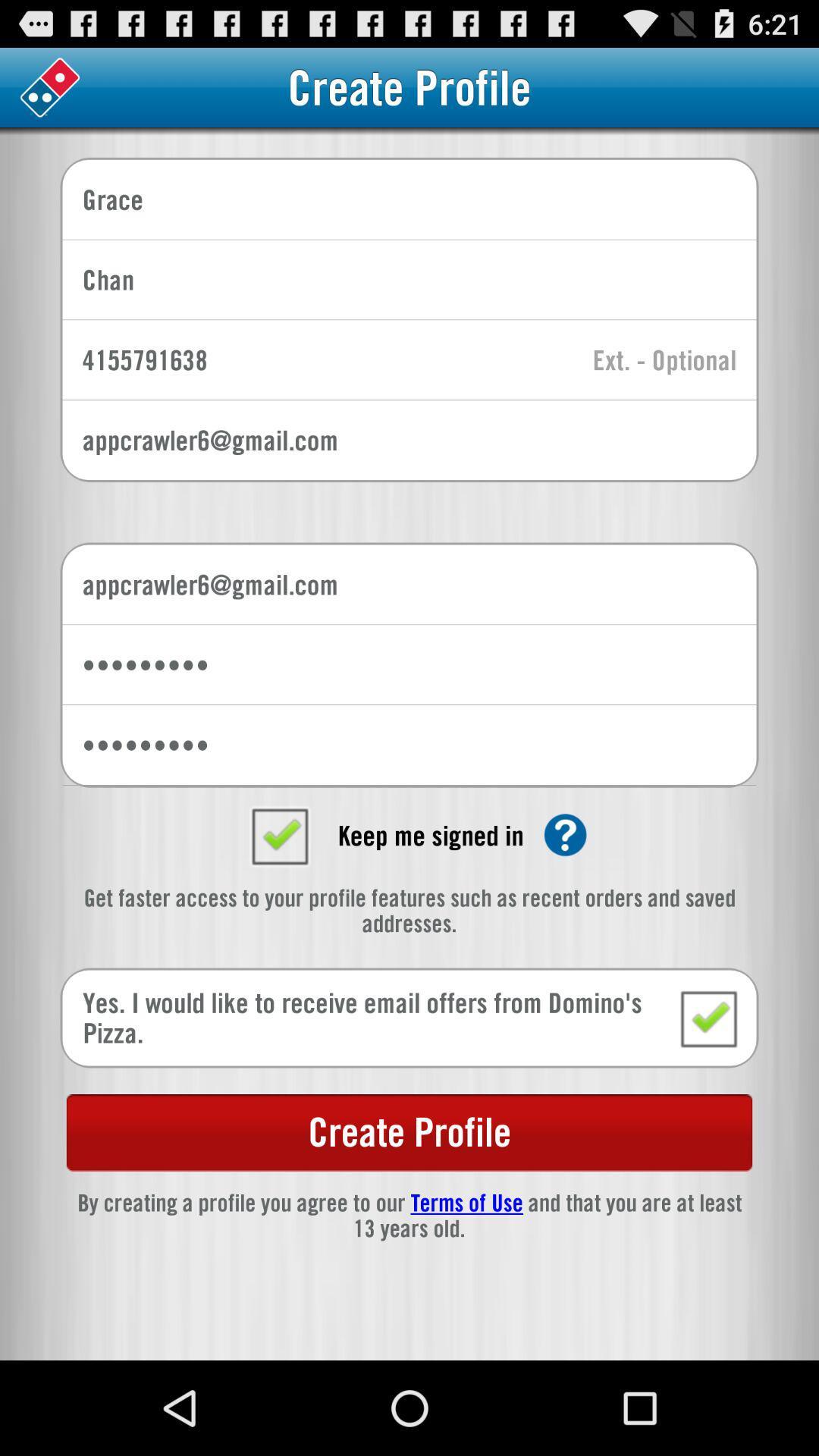 This screenshot has width=819, height=1456. What do you see at coordinates (565, 834) in the screenshot?
I see `click here for help` at bounding box center [565, 834].